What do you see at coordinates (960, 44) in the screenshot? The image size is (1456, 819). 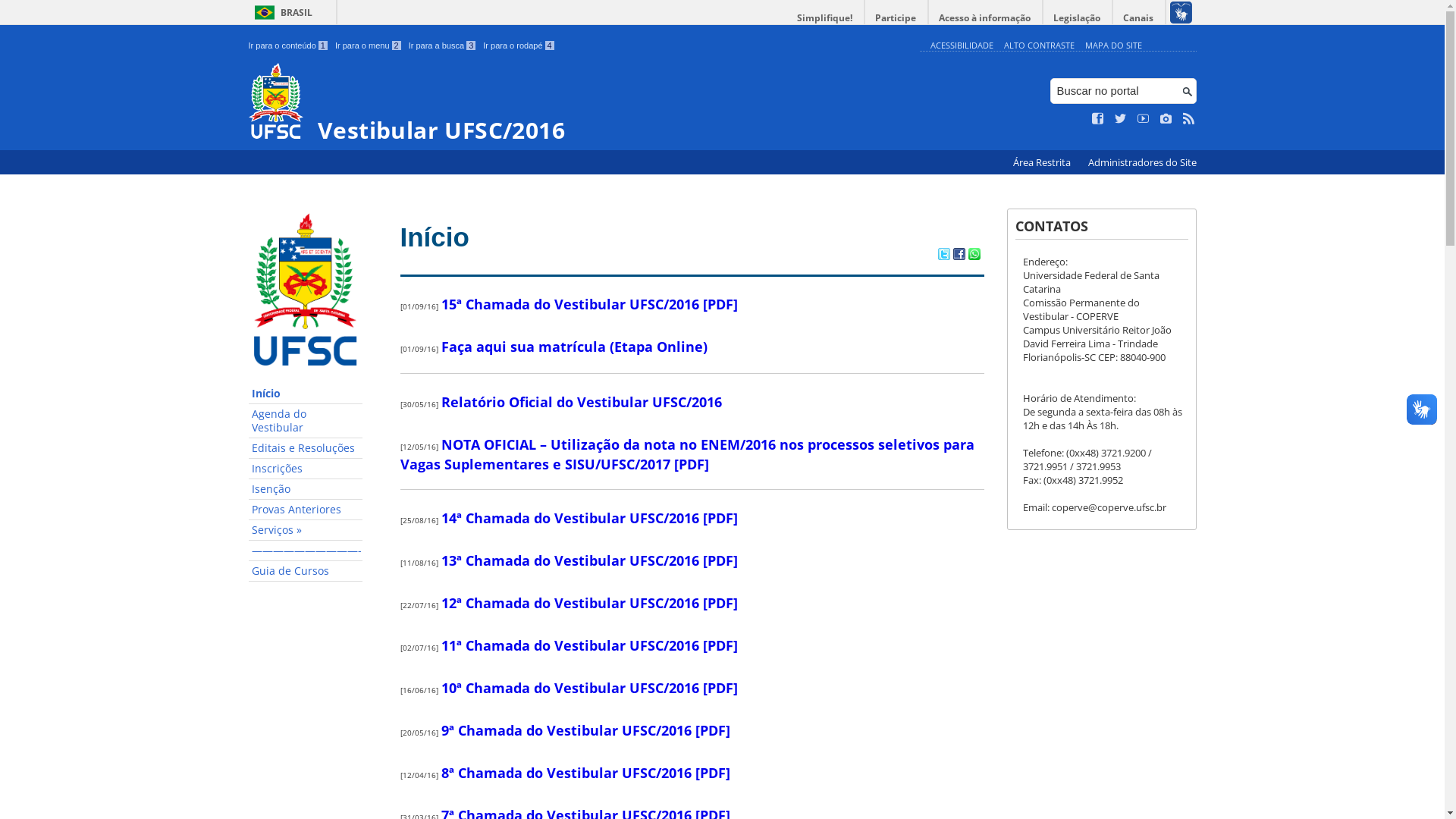 I see `'ACESSIBILIDADE'` at bounding box center [960, 44].